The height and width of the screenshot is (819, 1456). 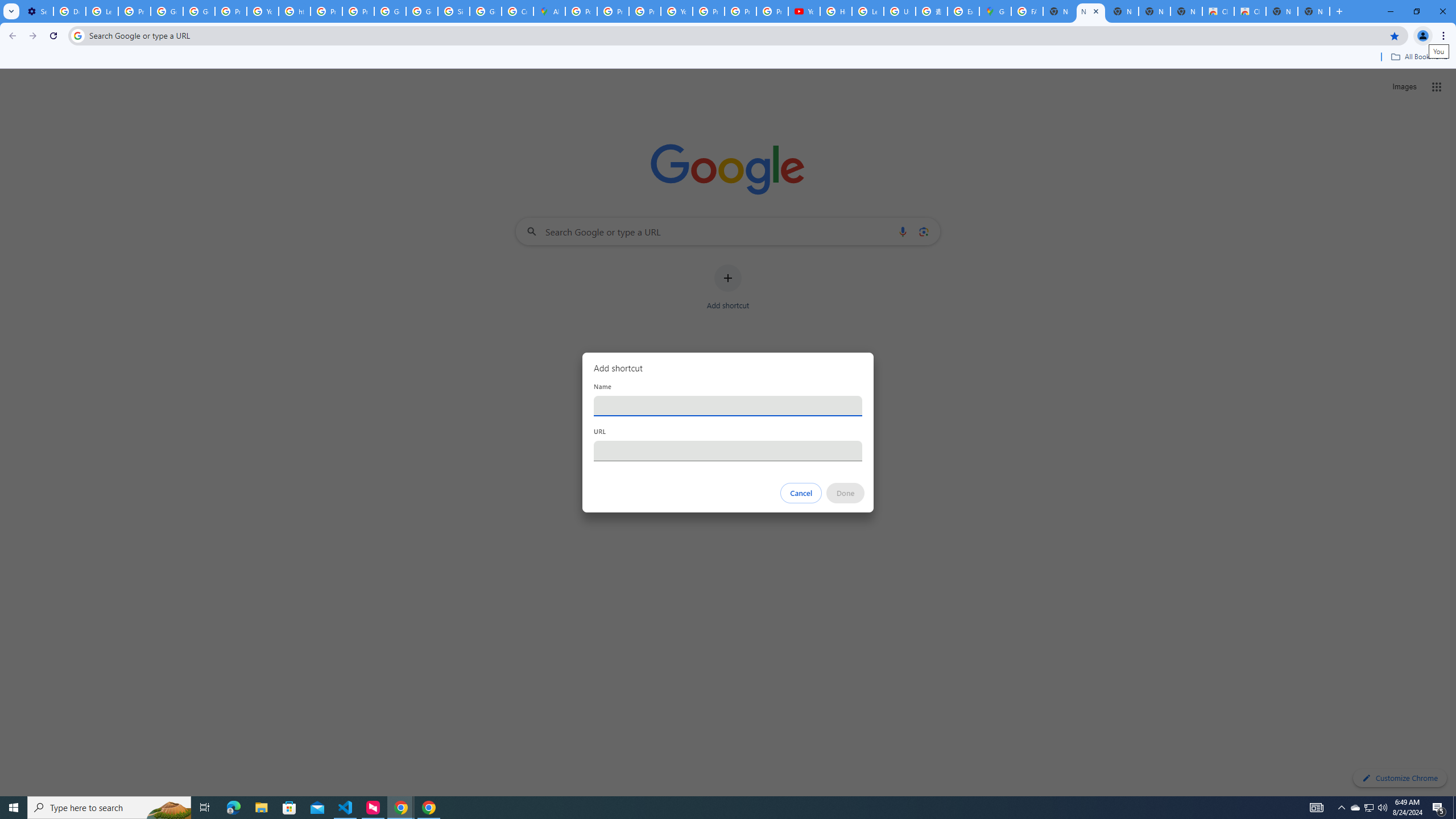 I want to click on 'New Tab', so click(x=1314, y=11).